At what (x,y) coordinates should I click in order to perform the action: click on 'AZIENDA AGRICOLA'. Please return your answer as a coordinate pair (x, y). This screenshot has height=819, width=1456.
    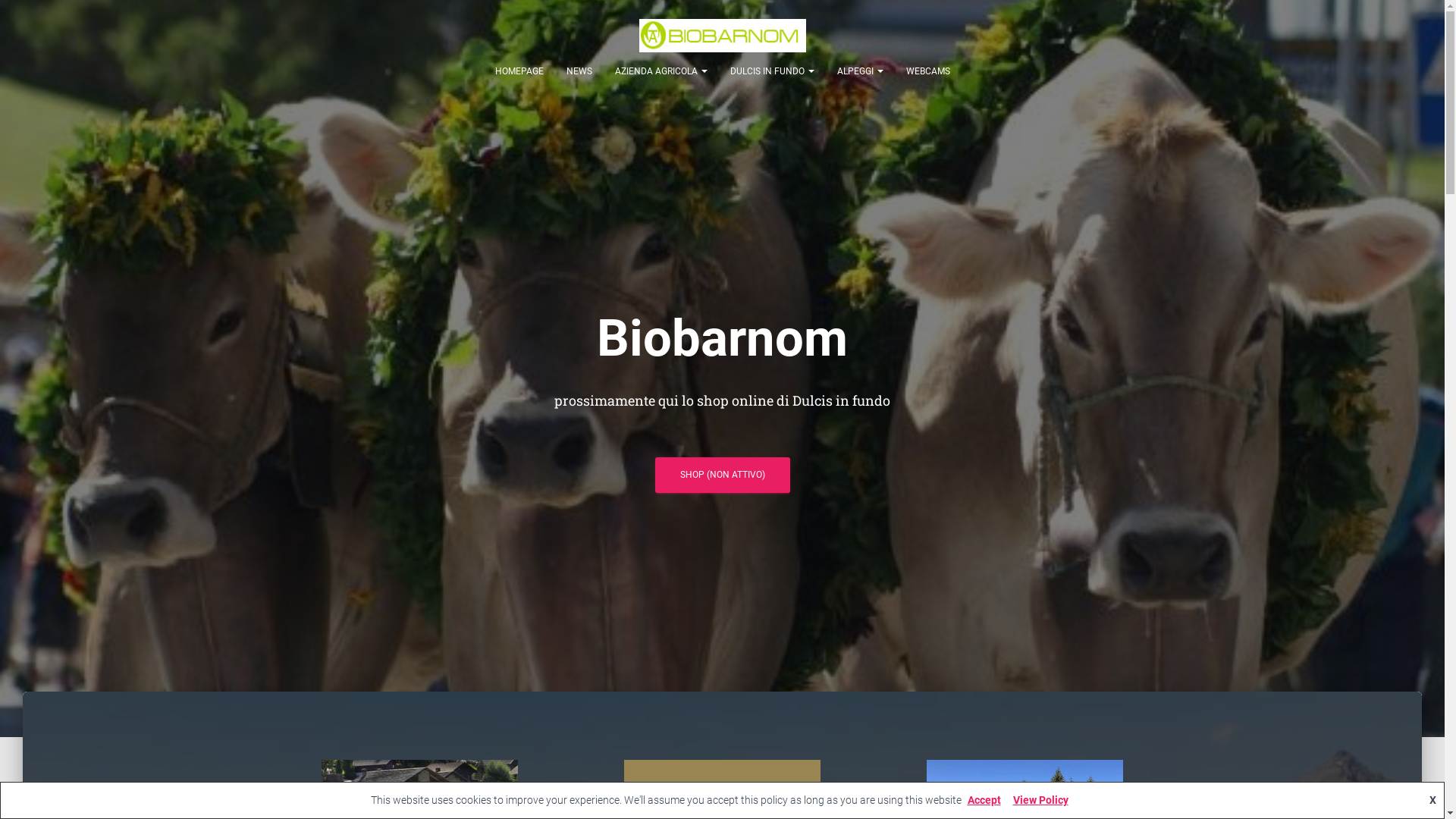
    Looking at the image, I should click on (661, 71).